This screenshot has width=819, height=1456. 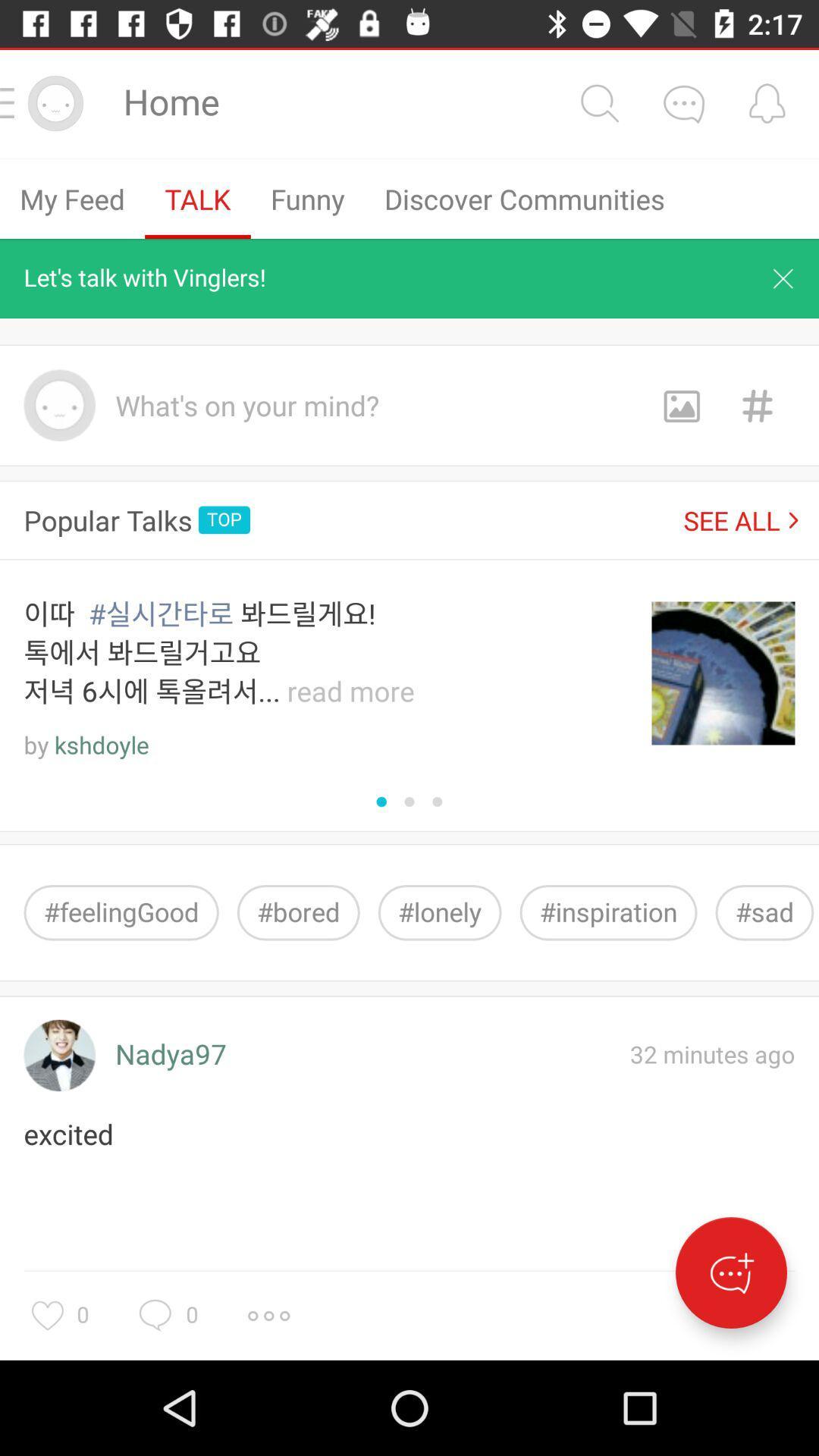 I want to click on item to the right of the by  icon, so click(x=102, y=745).